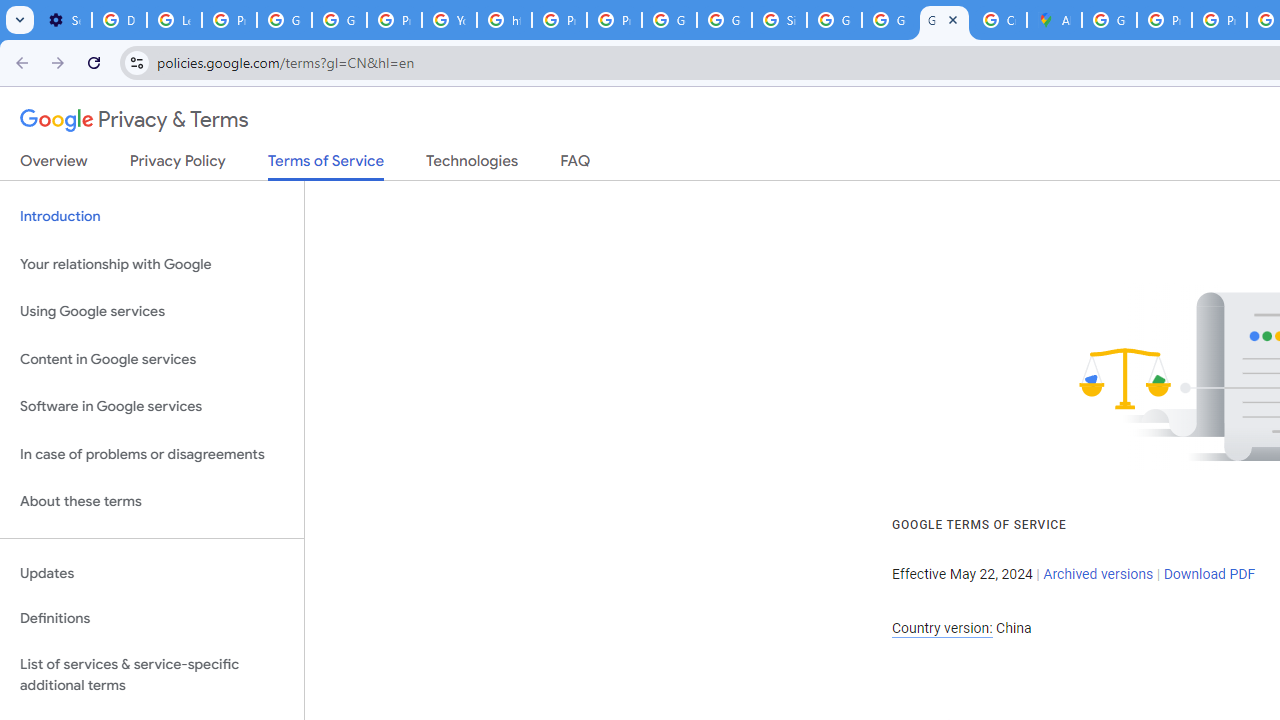 Image resolution: width=1280 pixels, height=720 pixels. Describe the element at coordinates (54, 164) in the screenshot. I see `'Overview'` at that location.